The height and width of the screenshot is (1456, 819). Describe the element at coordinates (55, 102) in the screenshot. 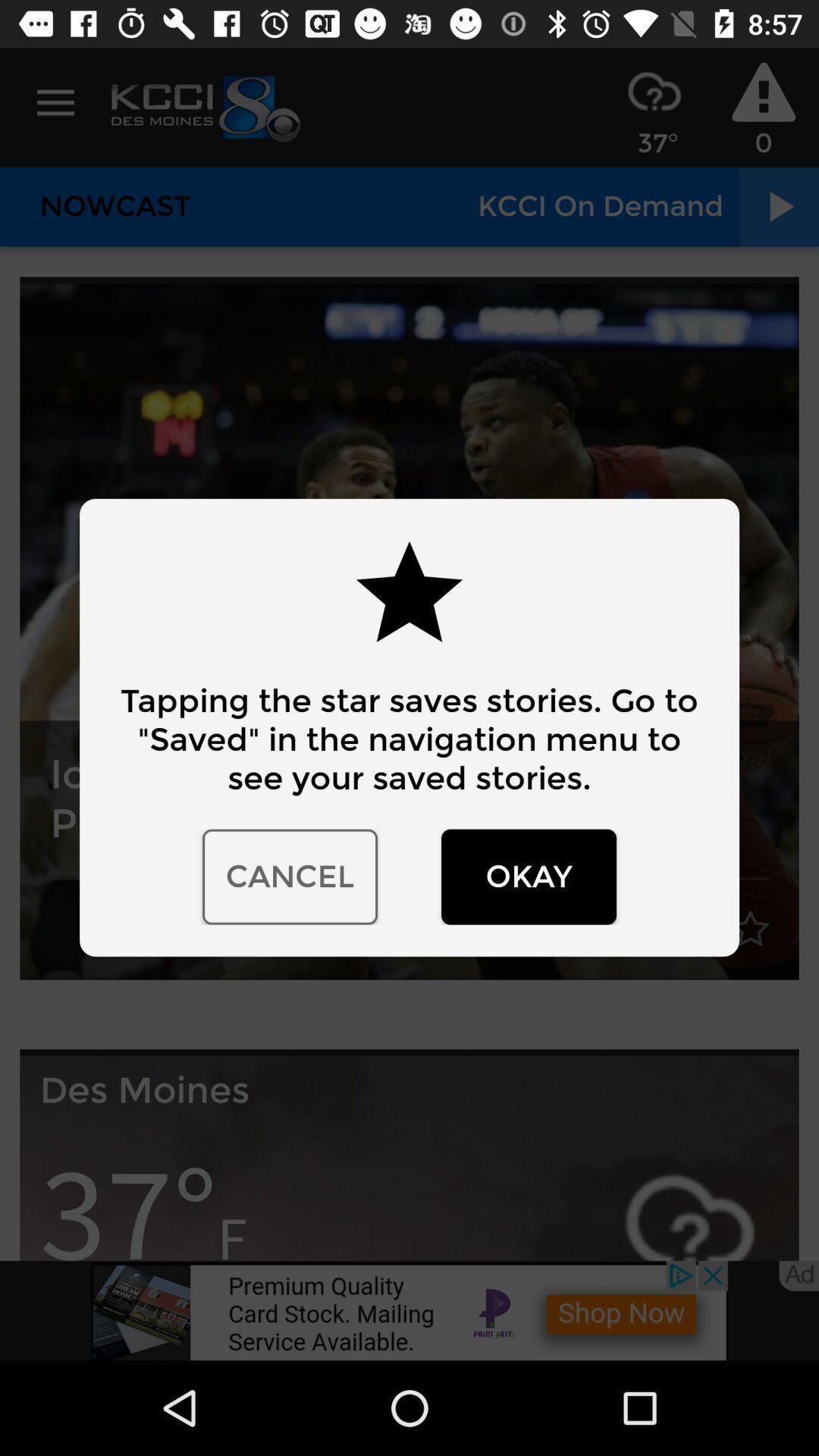

I see `the menu icon` at that location.